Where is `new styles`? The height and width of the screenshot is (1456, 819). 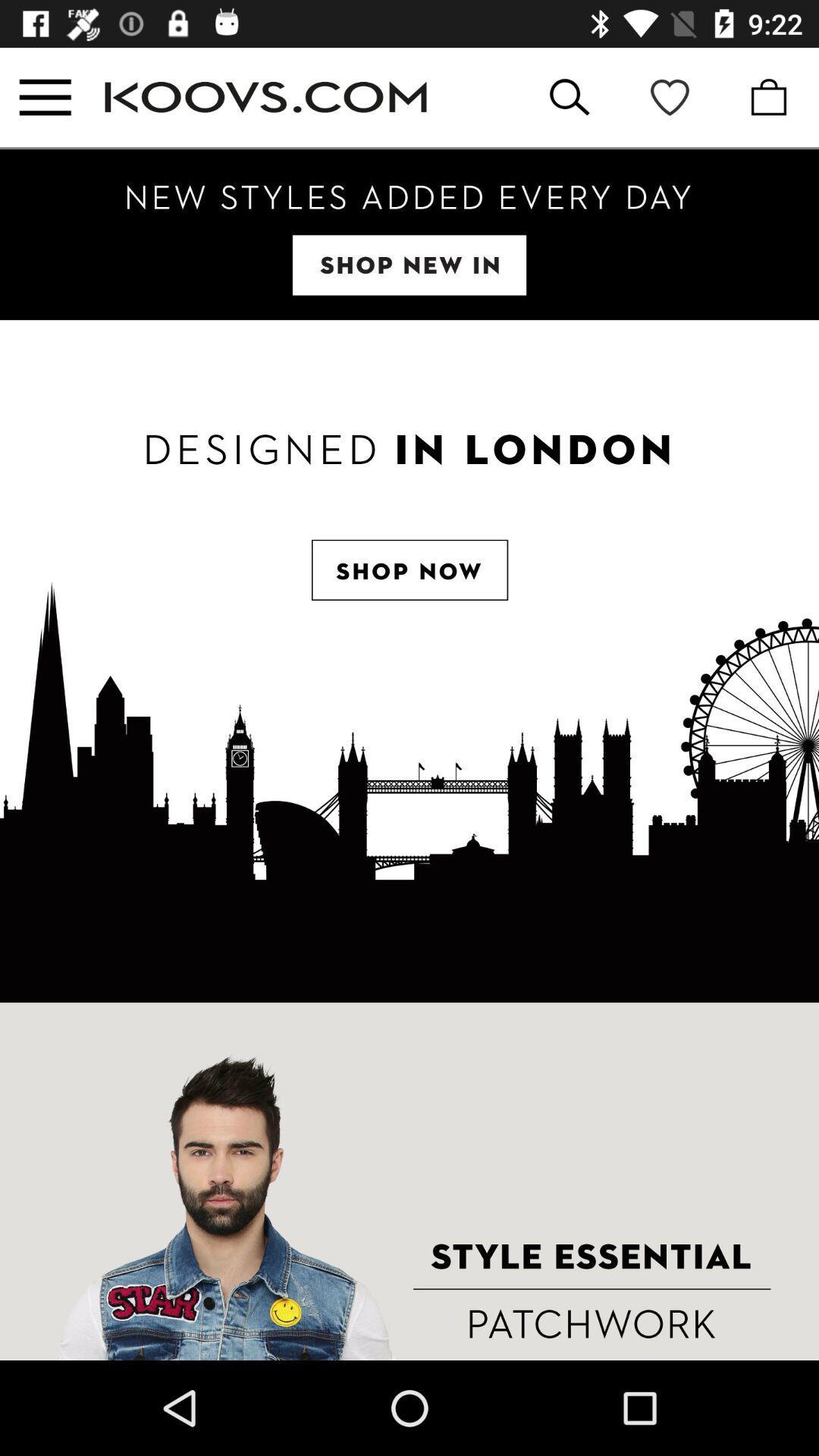
new styles is located at coordinates (409, 234).